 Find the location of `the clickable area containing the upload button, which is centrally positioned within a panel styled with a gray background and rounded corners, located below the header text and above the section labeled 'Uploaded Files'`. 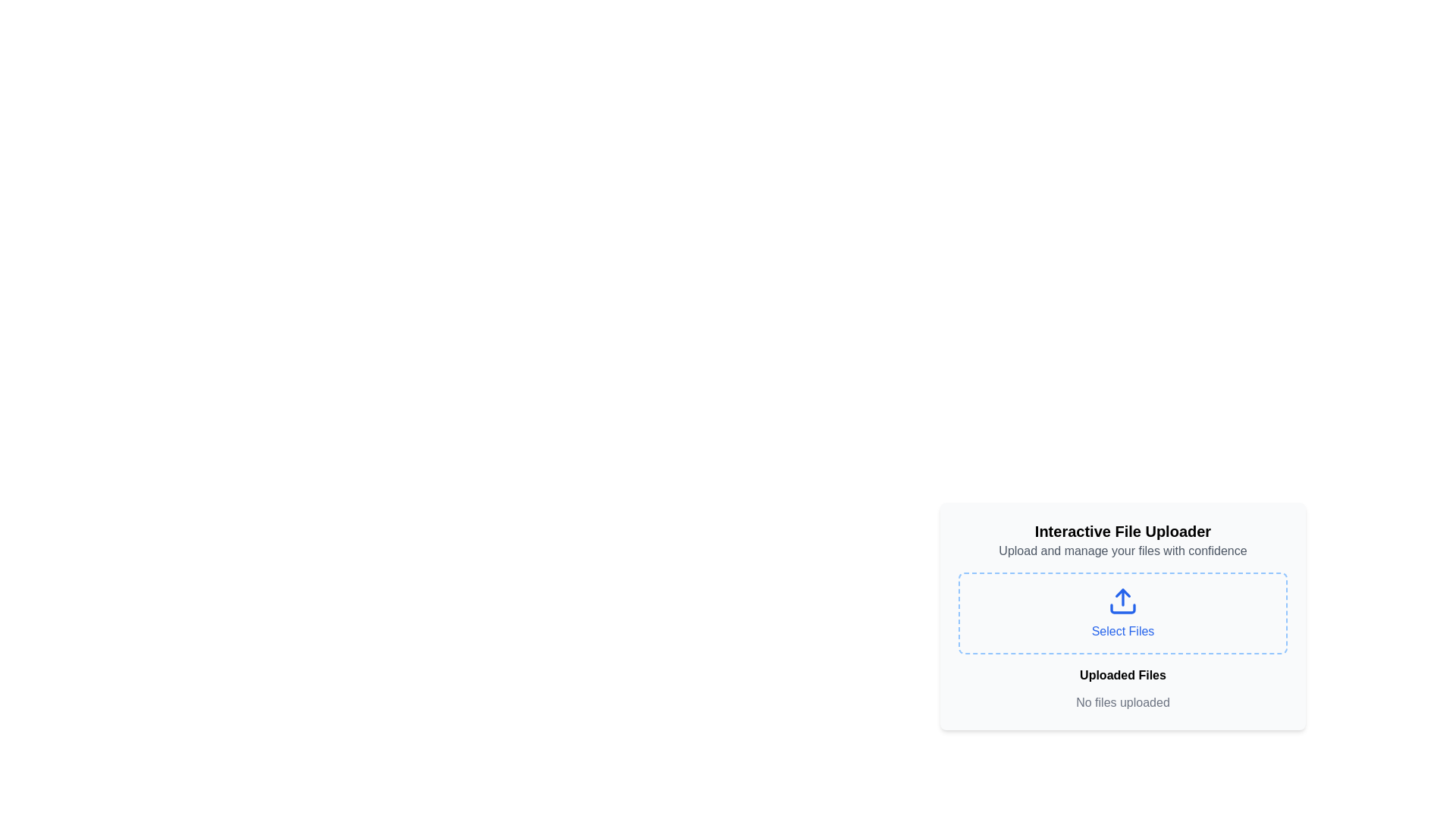

the clickable area containing the upload button, which is centrally positioned within a panel styled with a gray background and rounded corners, located below the header text and above the section labeled 'Uploaded Files' is located at coordinates (1123, 617).